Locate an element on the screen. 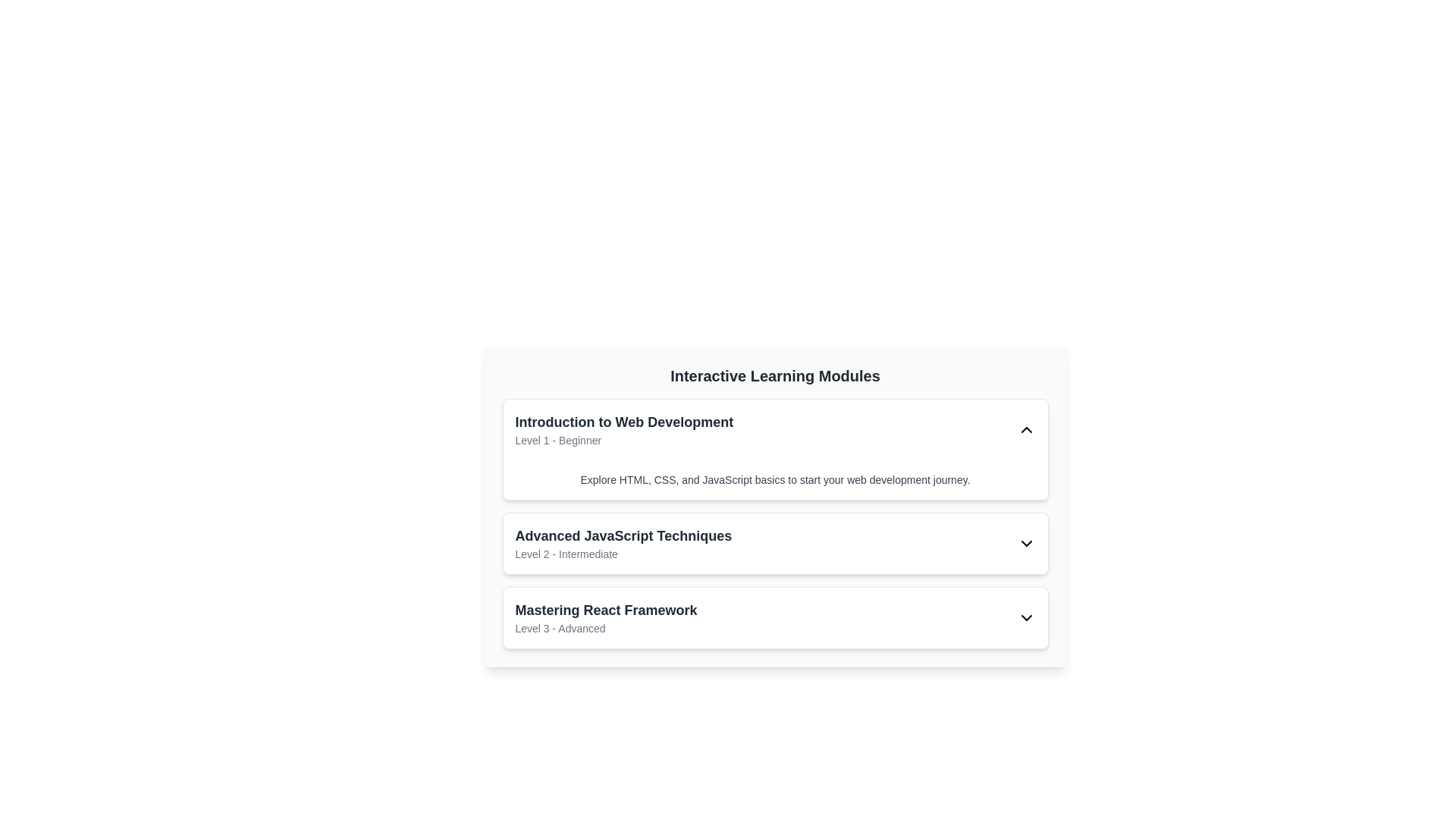 This screenshot has width=1456, height=819. the chevron-down icon for the 'Advanced JavaScript Techniques' section is located at coordinates (1026, 543).